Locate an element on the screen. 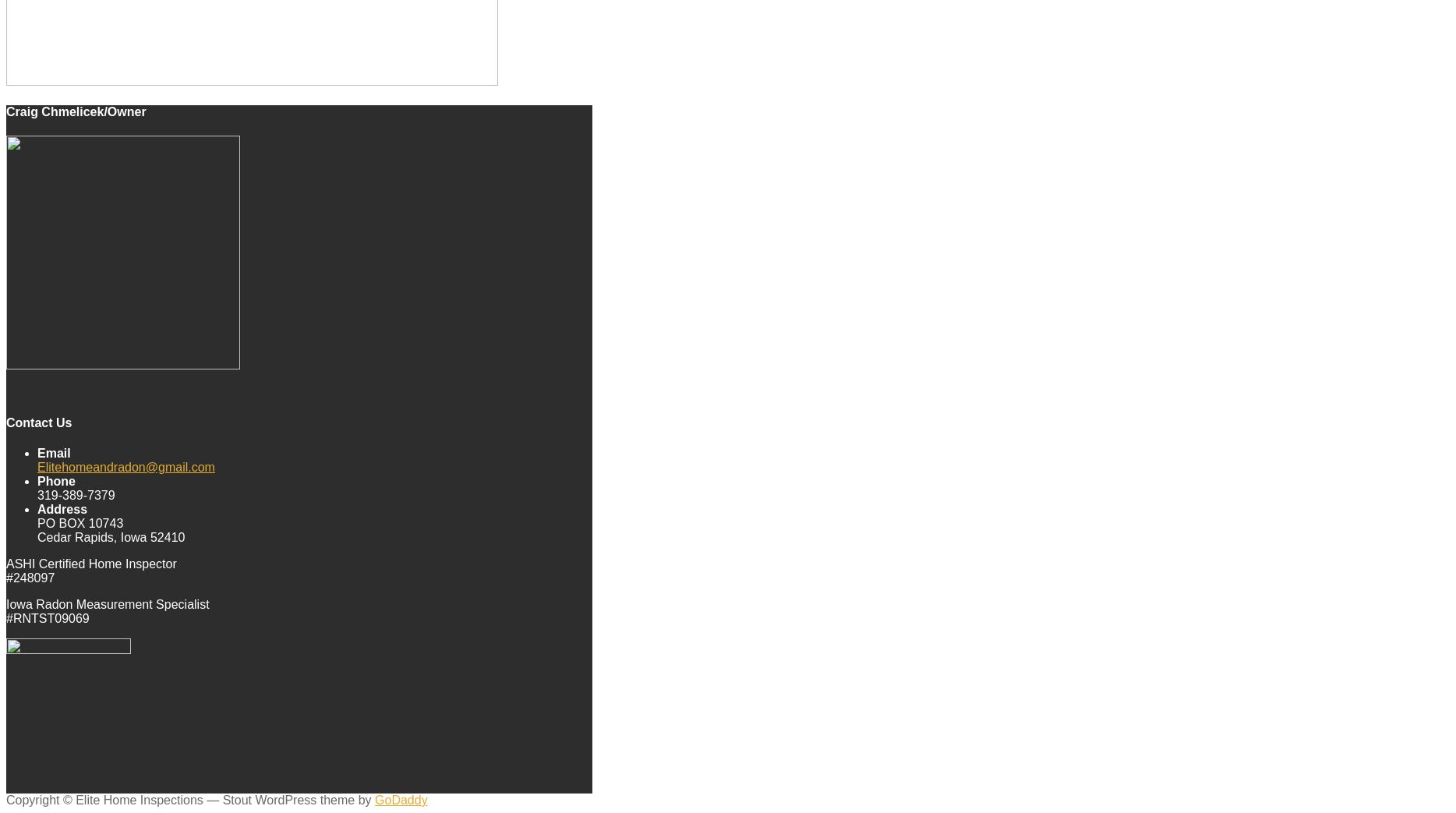 The width and height of the screenshot is (1456, 813). 'GoDaddy' is located at coordinates (375, 799).